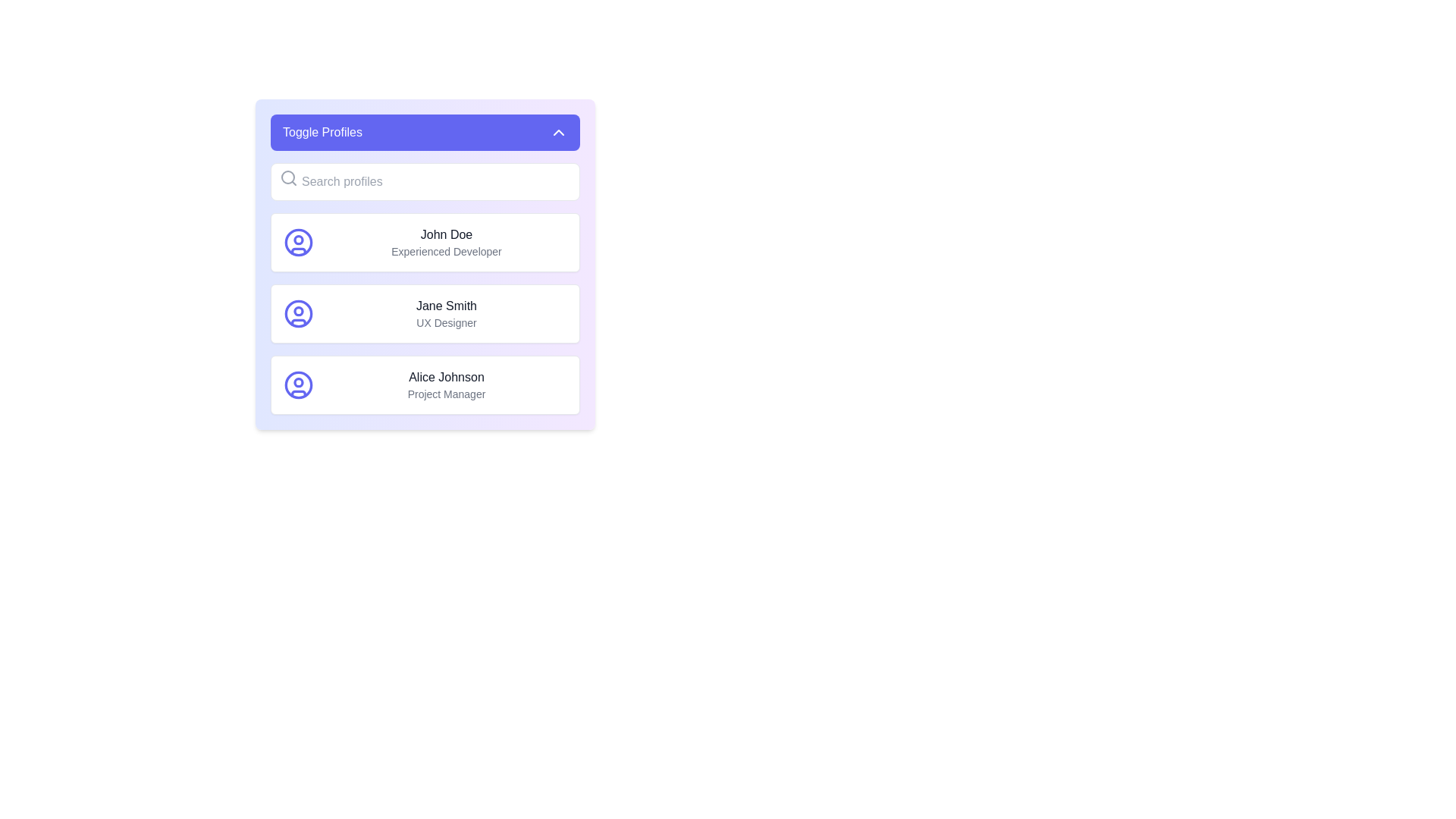 The width and height of the screenshot is (1456, 819). What do you see at coordinates (322, 131) in the screenshot?
I see `the 'Toggle Profiles' text label, which is displayed in white font on a blue background within a rounded rectangular button at the top-left of the interface` at bounding box center [322, 131].